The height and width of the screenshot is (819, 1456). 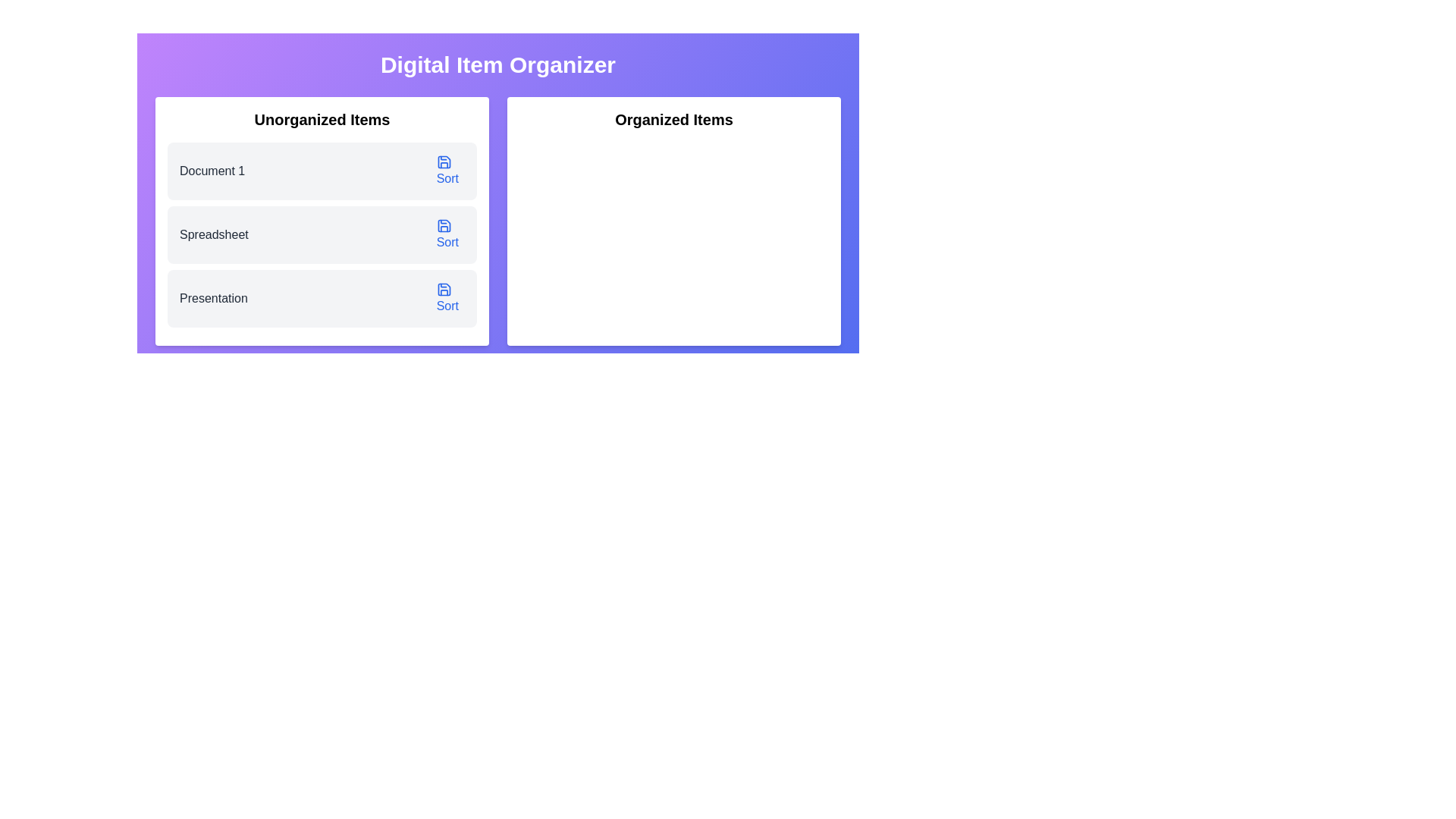 What do you see at coordinates (443, 162) in the screenshot?
I see `the encompassing button associated with the decorative icon indicating a save or sort operation, which is part of the 'Sort' button near the 'Document 1' item in the 'Unorganized Items' section` at bounding box center [443, 162].